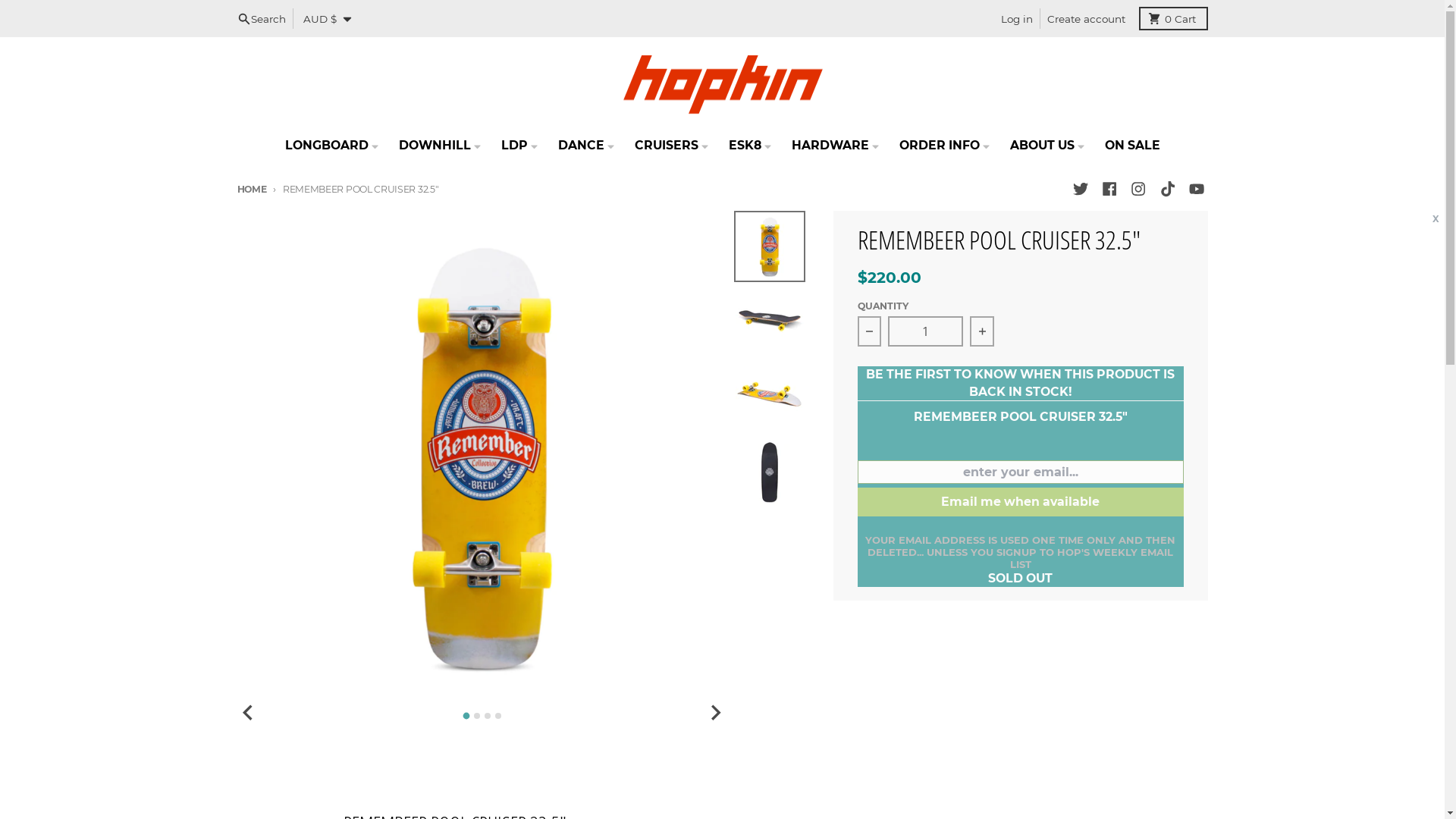  I want to click on '0, so click(1172, 18).